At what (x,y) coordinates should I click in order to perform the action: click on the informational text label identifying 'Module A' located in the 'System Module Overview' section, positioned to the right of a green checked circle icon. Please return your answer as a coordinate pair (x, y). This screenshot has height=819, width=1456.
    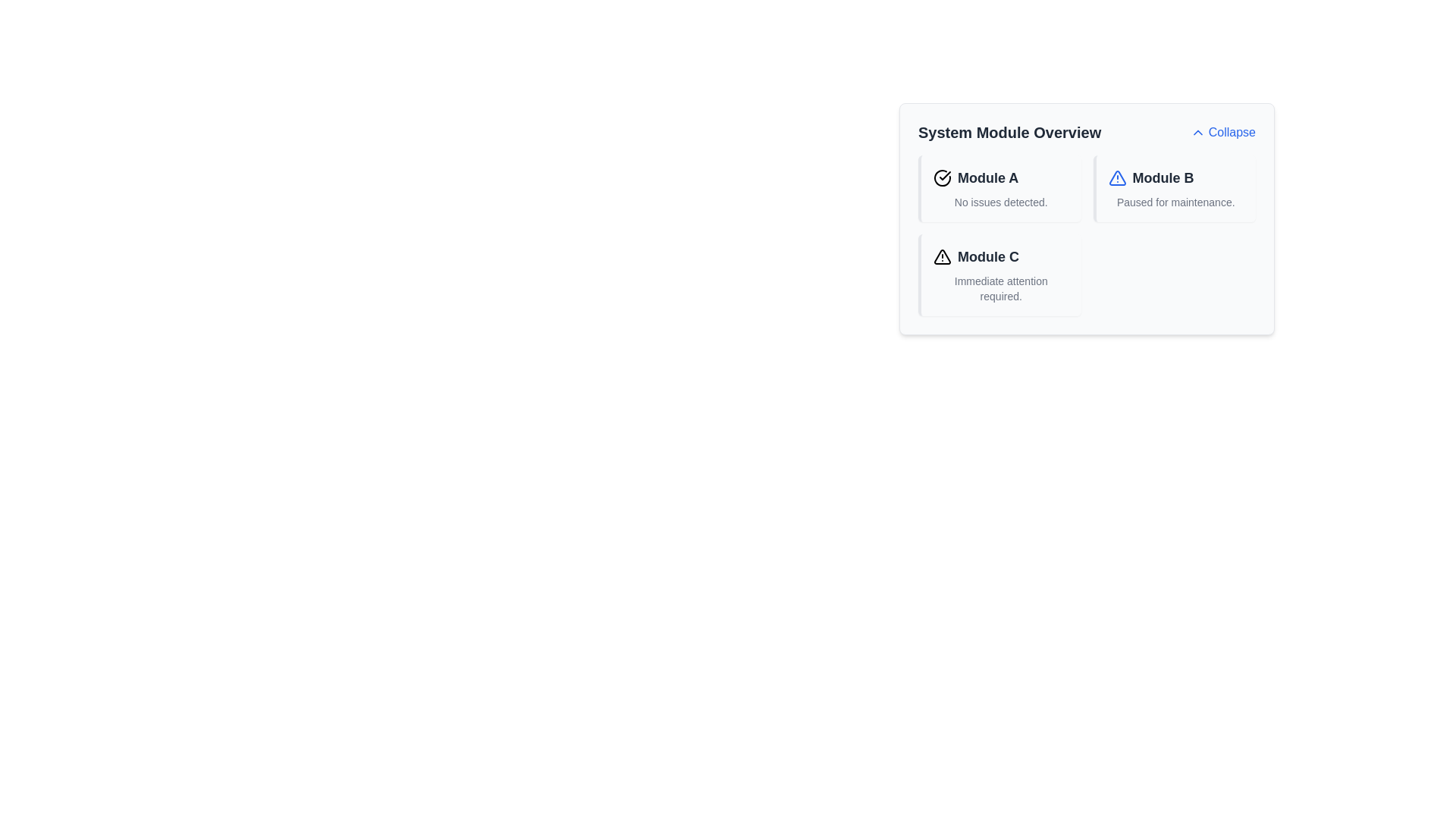
    Looking at the image, I should click on (988, 177).